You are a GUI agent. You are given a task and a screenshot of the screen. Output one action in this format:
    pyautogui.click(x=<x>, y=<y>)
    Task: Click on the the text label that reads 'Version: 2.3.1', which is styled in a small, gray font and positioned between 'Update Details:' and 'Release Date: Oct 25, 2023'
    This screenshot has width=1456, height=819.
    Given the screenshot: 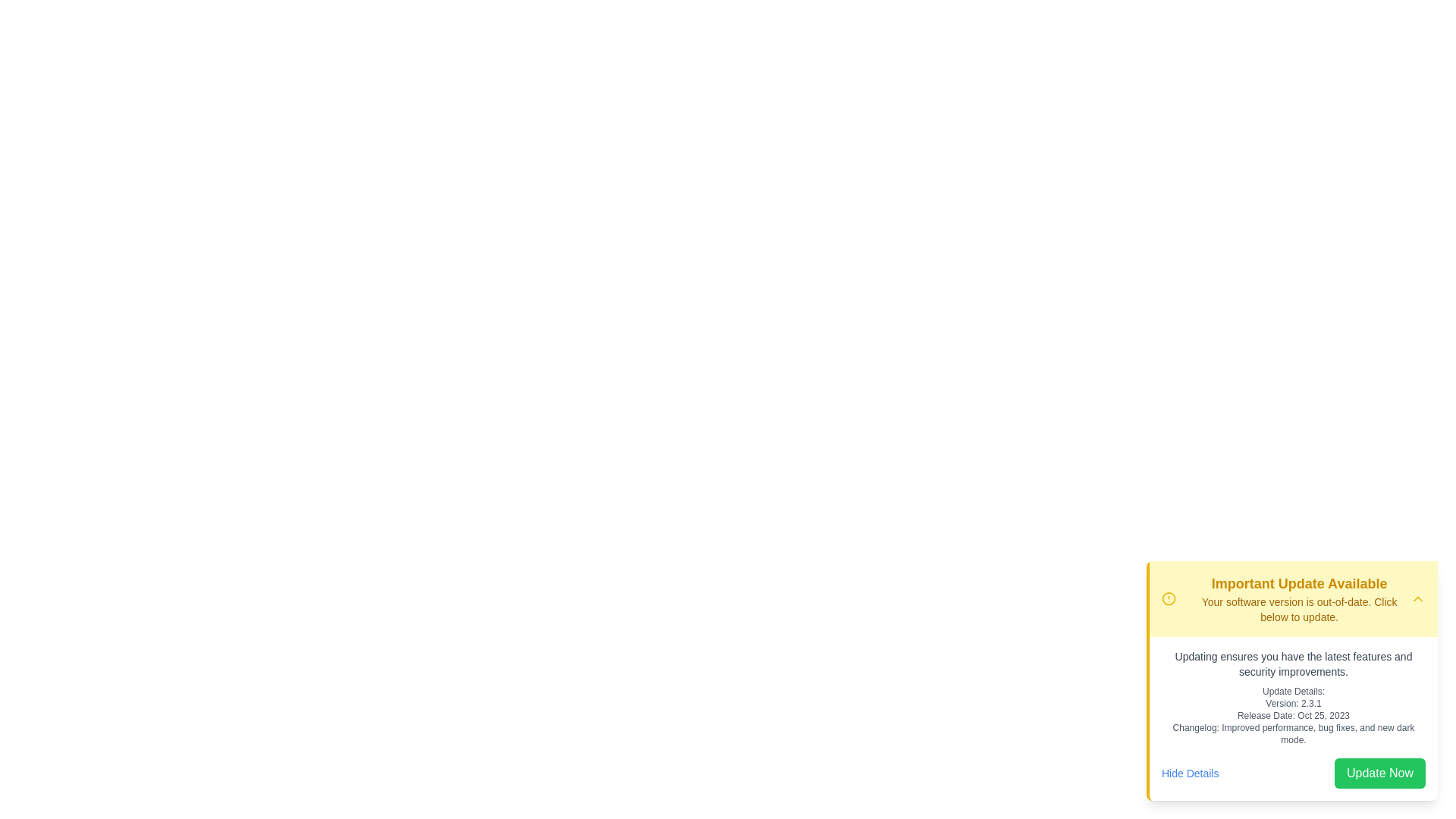 What is the action you would take?
    pyautogui.click(x=1292, y=704)
    